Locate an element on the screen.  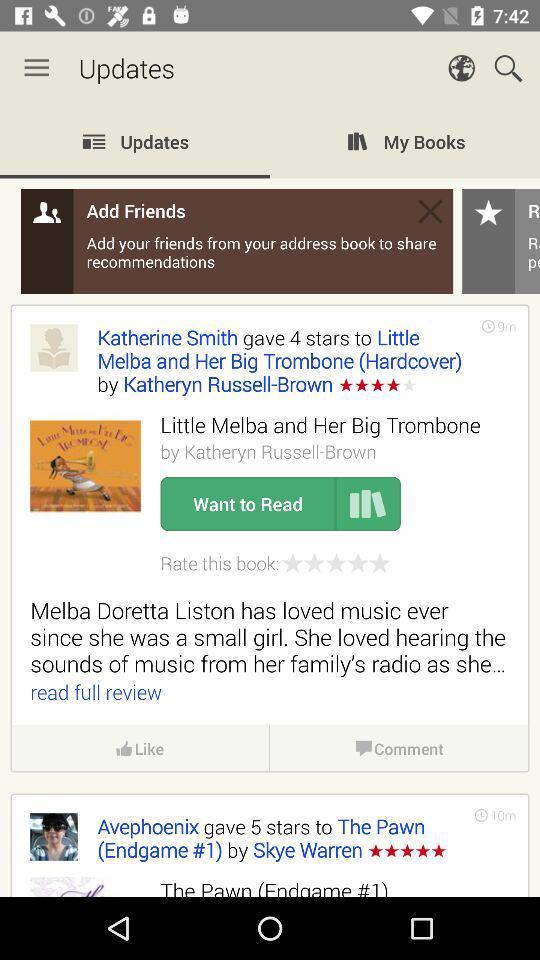
window is located at coordinates (429, 211).